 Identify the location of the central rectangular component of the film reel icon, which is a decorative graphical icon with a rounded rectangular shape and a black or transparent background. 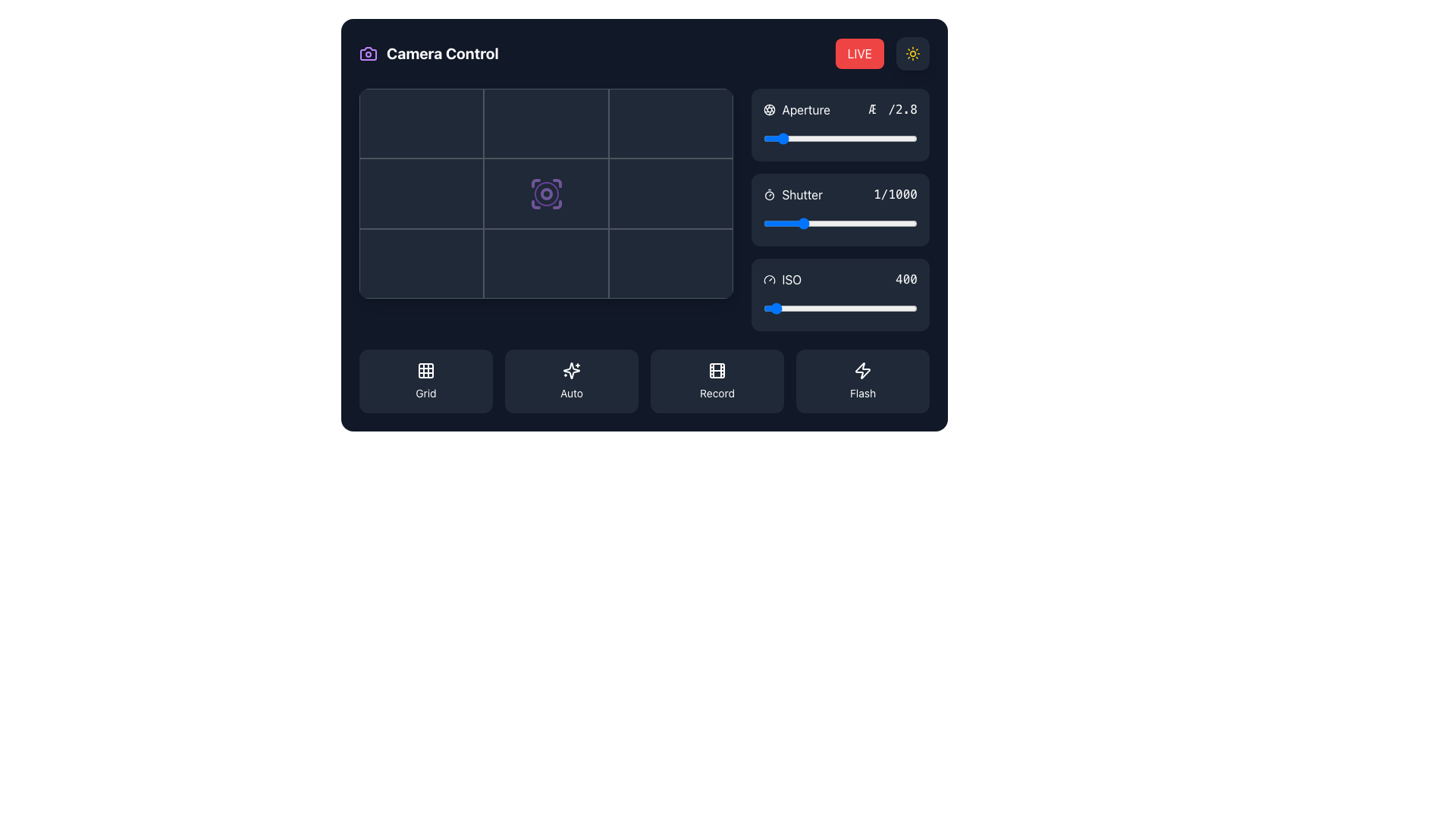
(716, 371).